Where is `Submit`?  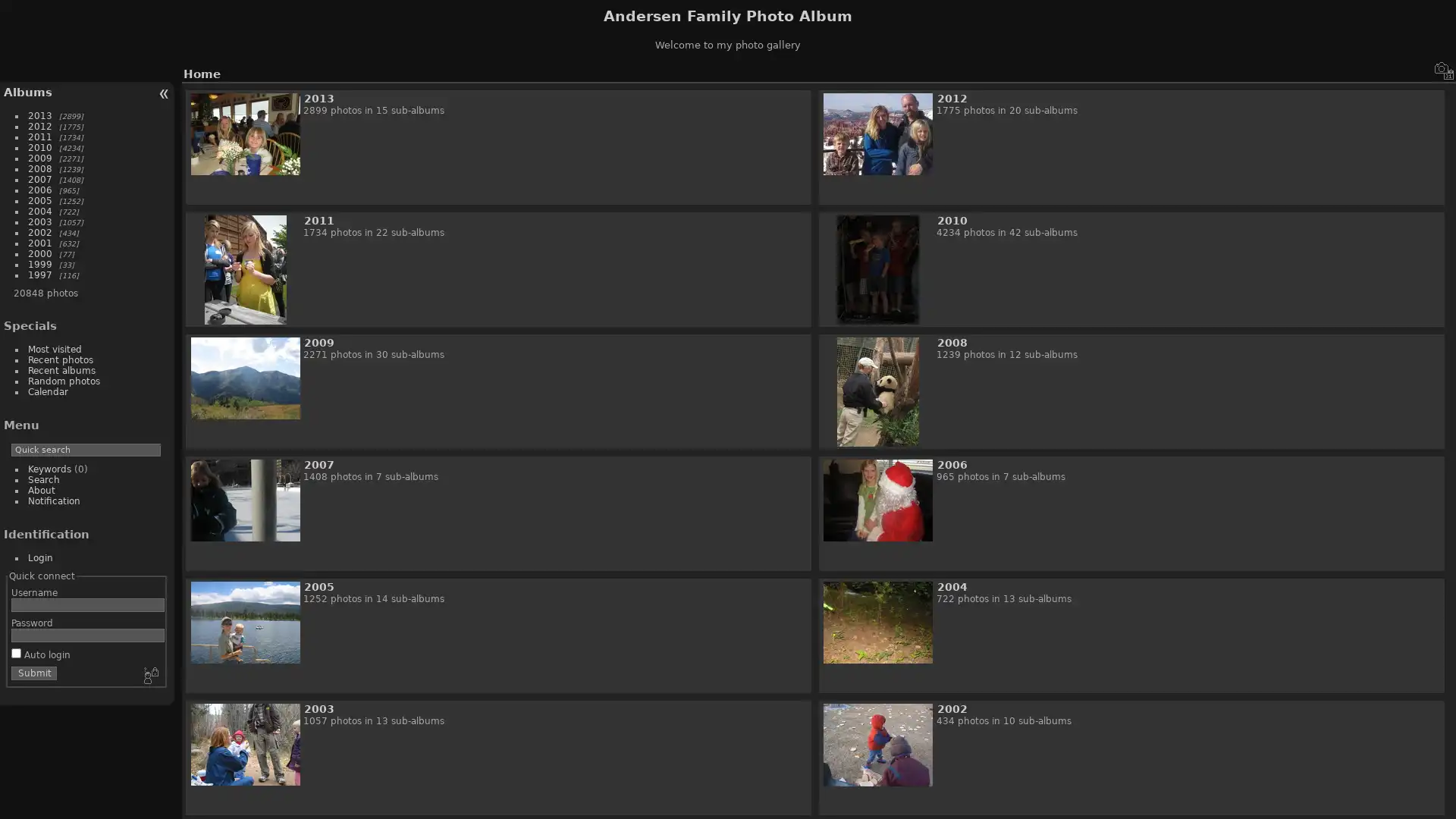
Submit is located at coordinates (33, 672).